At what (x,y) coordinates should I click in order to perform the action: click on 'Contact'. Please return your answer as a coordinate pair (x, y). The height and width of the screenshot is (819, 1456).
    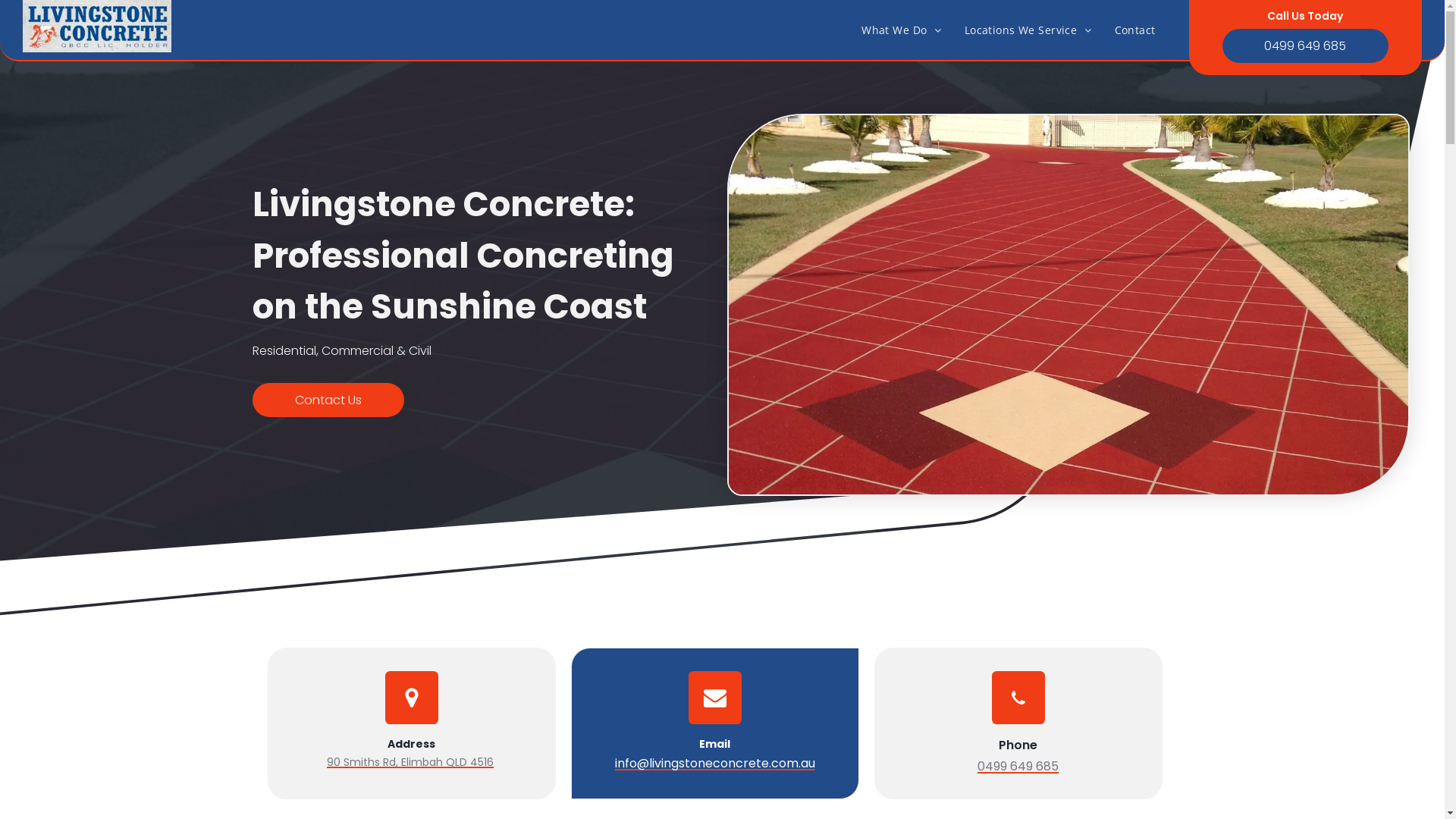
    Looking at the image, I should click on (1135, 30).